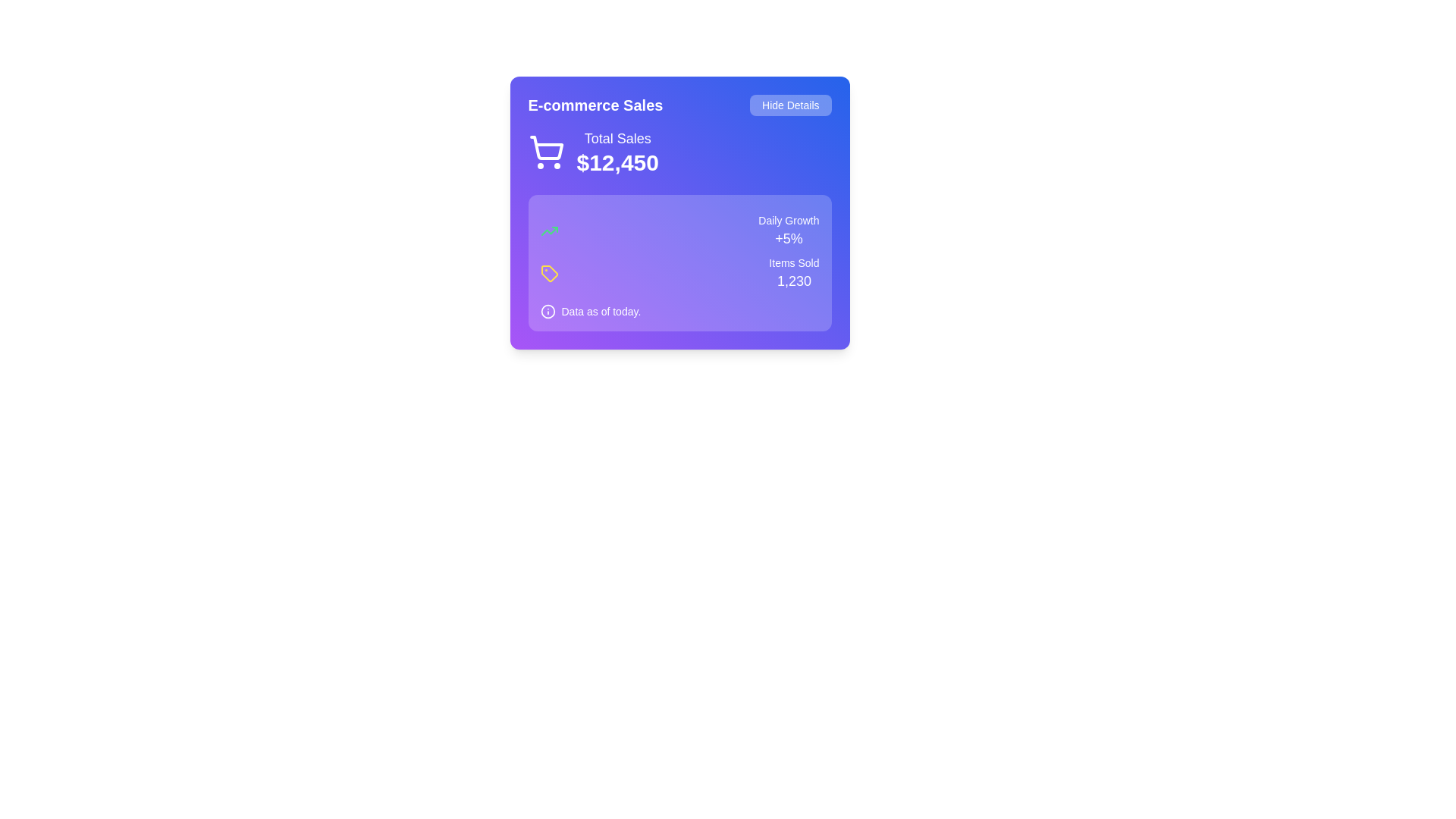 The image size is (1456, 819). Describe the element at coordinates (548, 274) in the screenshot. I see `the stylized yellow price tag icon located near the center of the purple panel in the interface` at that location.